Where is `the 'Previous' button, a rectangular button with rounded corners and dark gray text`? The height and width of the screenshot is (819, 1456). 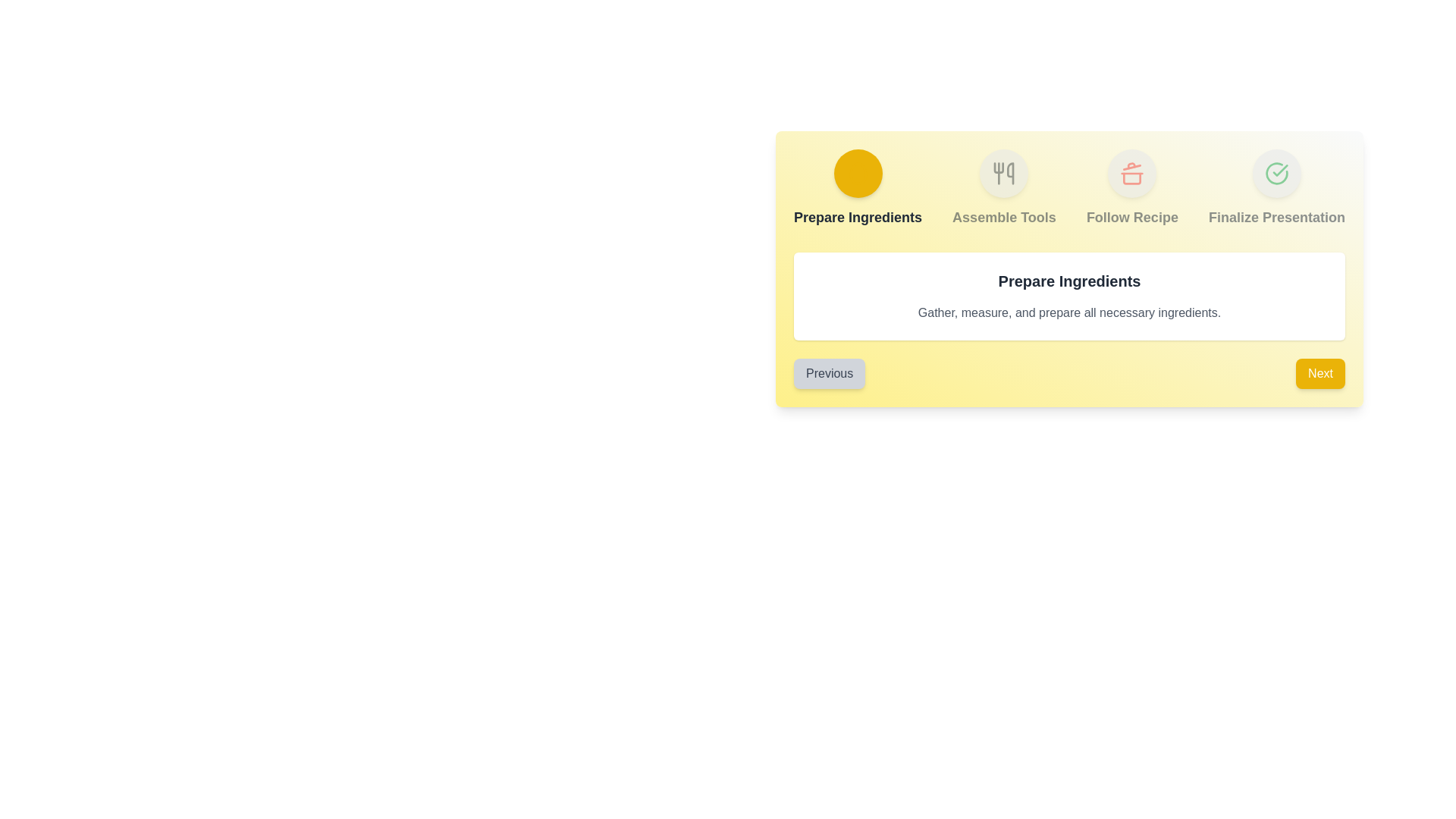 the 'Previous' button, a rectangular button with rounded corners and dark gray text is located at coordinates (829, 374).